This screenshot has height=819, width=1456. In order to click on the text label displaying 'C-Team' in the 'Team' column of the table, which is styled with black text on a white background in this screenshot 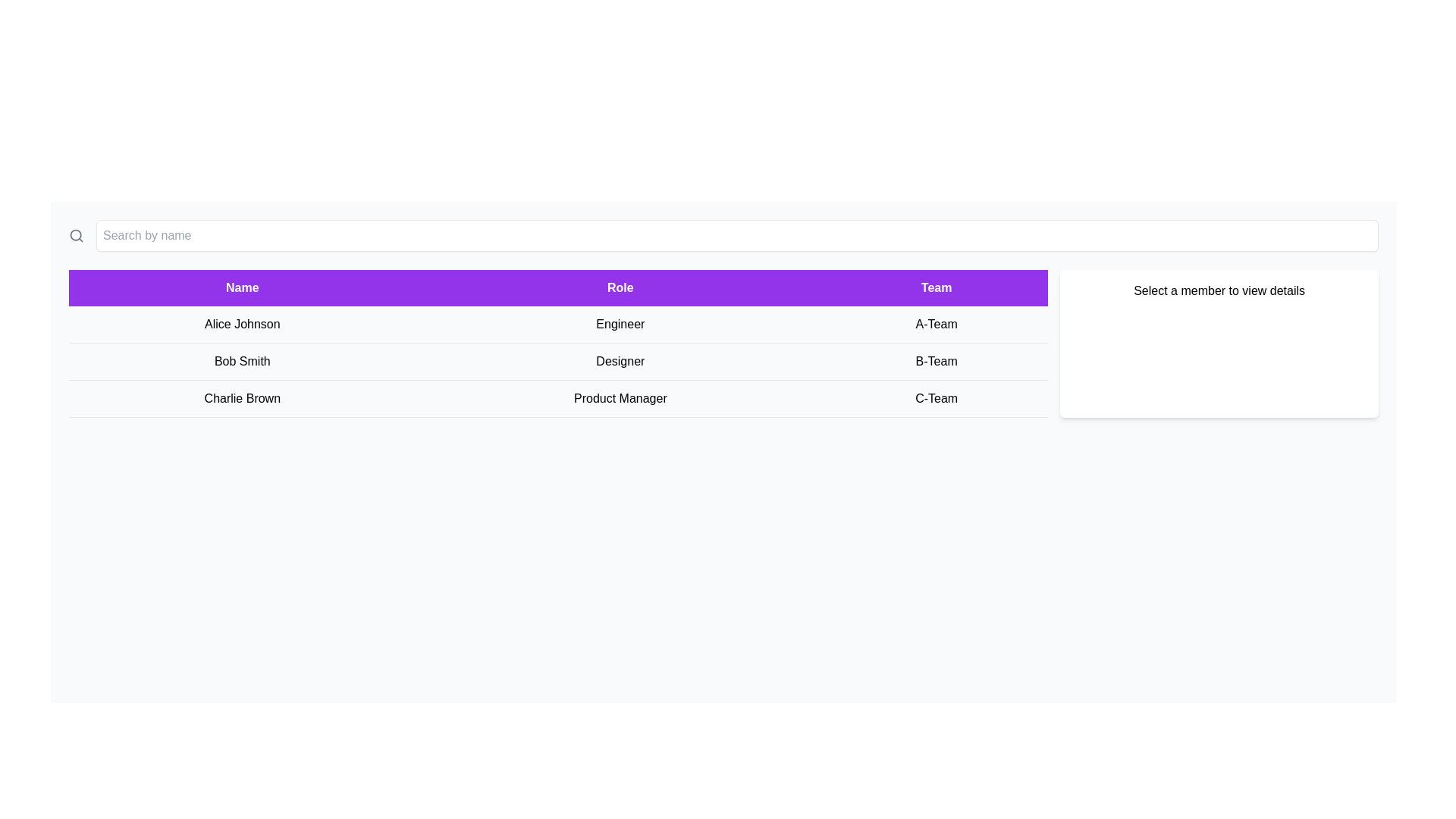, I will do `click(936, 397)`.